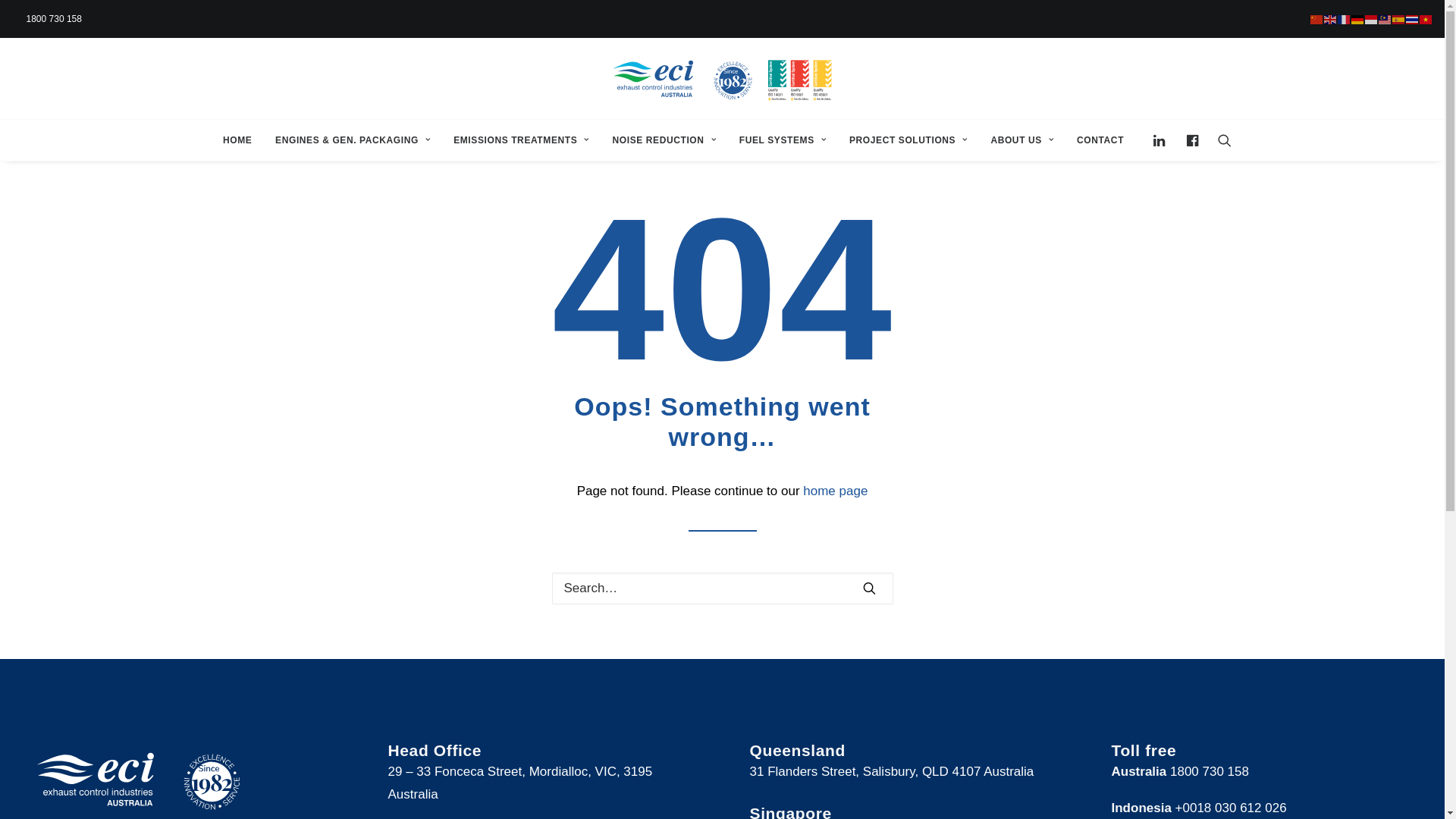  I want to click on 'Search for:', so click(722, 587).